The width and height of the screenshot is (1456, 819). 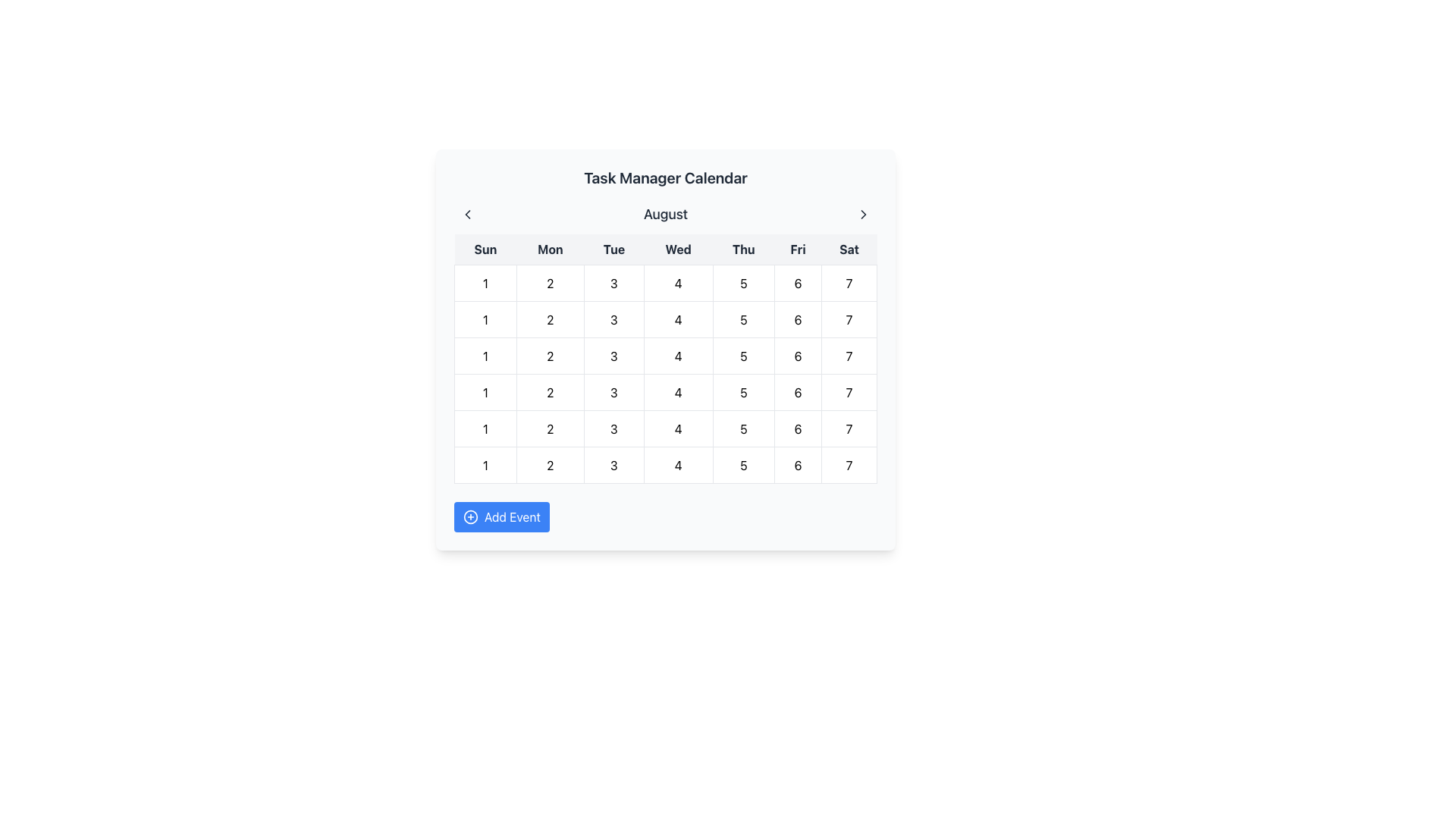 I want to click on the Text label displaying the number '4' in the calendar grid, which is the fourth element in the row under 'Wednesday', so click(x=677, y=391).